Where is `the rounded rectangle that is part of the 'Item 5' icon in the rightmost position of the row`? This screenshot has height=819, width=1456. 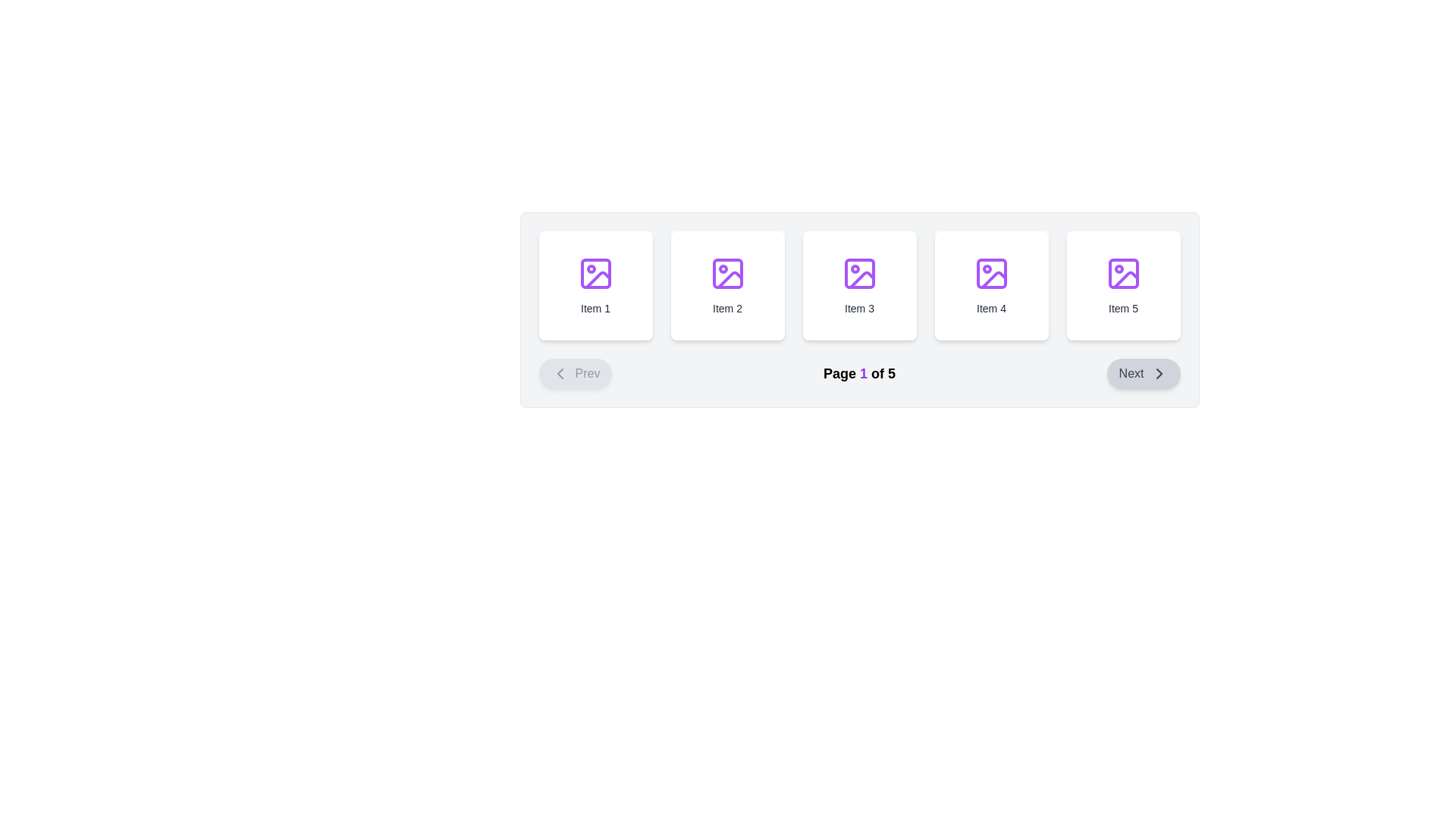
the rounded rectangle that is part of the 'Item 5' icon in the rightmost position of the row is located at coordinates (1123, 274).